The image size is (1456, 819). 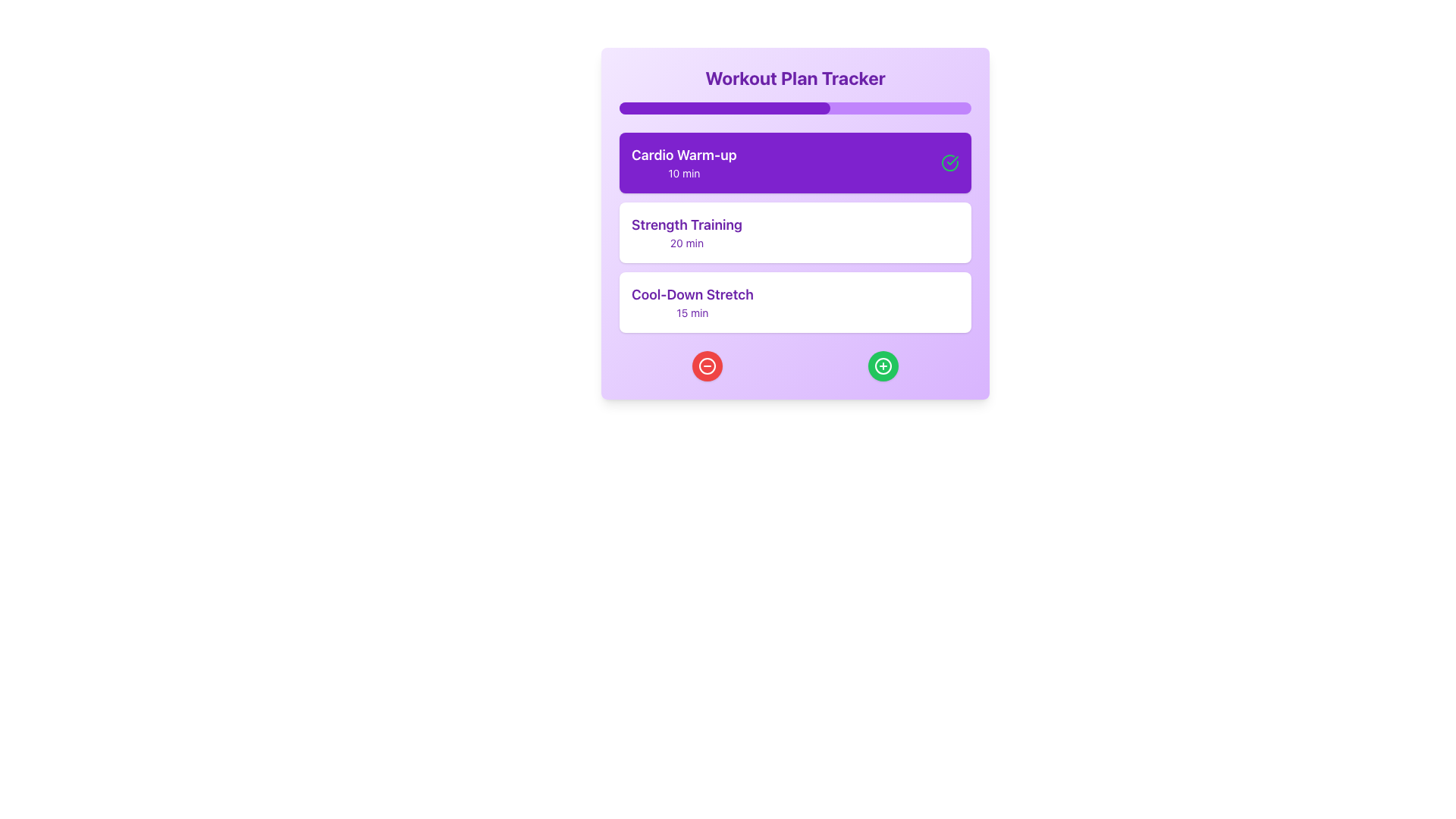 What do you see at coordinates (795, 107) in the screenshot?
I see `the progress bar located in the 'Workout Plan Tracker' card, which visually represents the completion percentage of the workout plan` at bounding box center [795, 107].